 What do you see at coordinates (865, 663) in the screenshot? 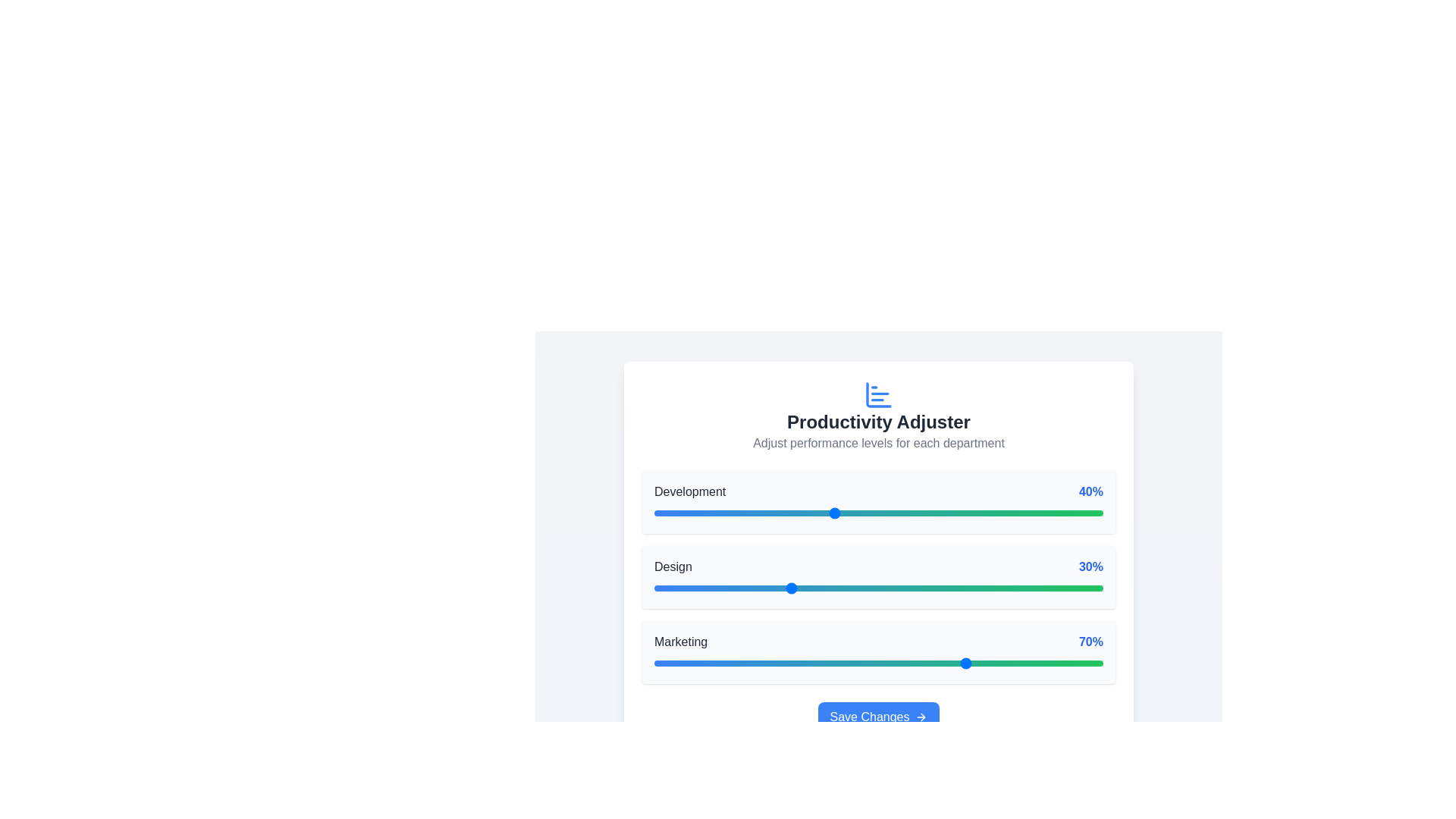
I see `the slider value` at bounding box center [865, 663].